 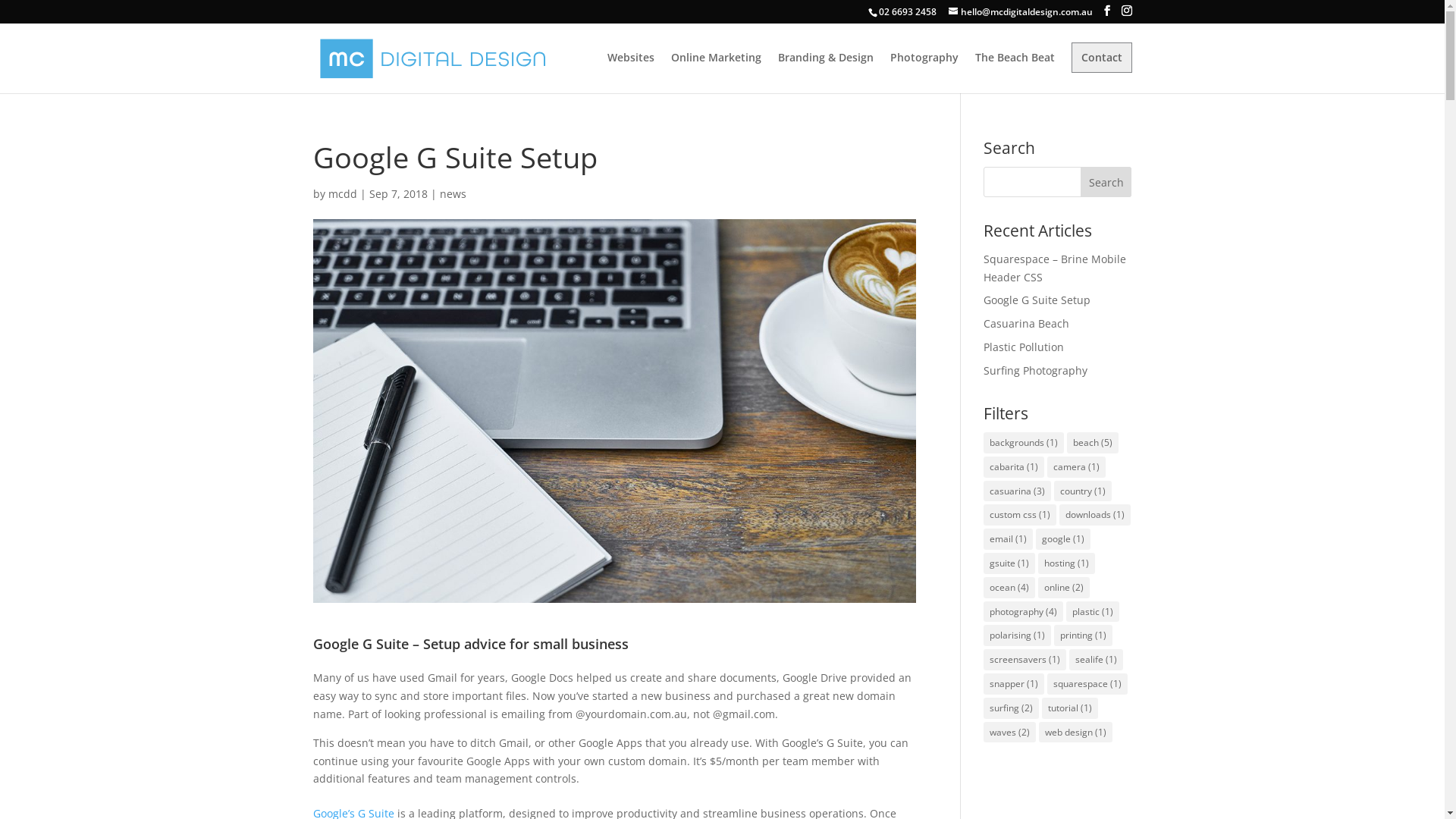 What do you see at coordinates (1023, 442) in the screenshot?
I see `'backgrounds (1)'` at bounding box center [1023, 442].